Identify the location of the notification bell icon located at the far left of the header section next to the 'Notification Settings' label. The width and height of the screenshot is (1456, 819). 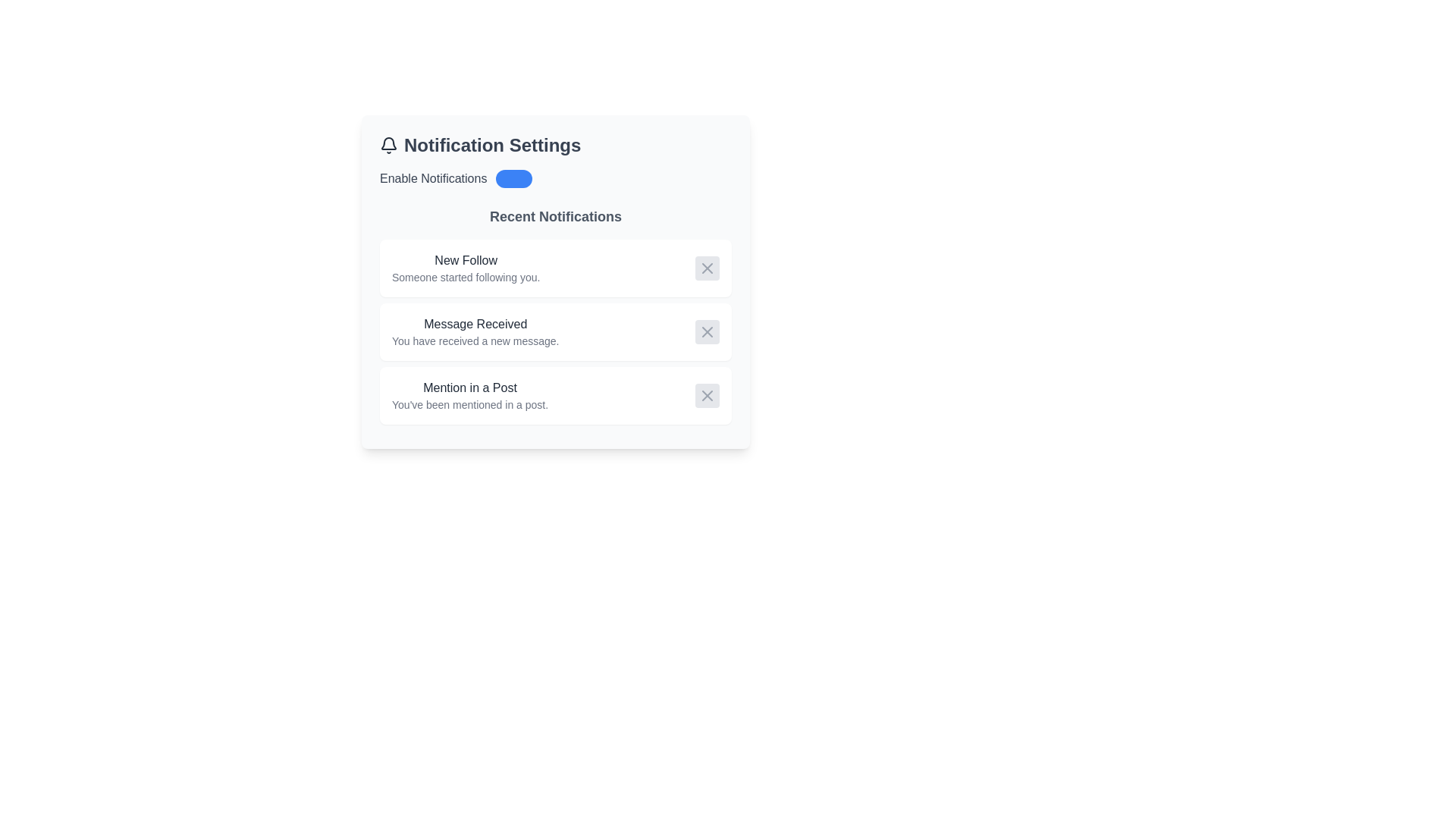
(389, 146).